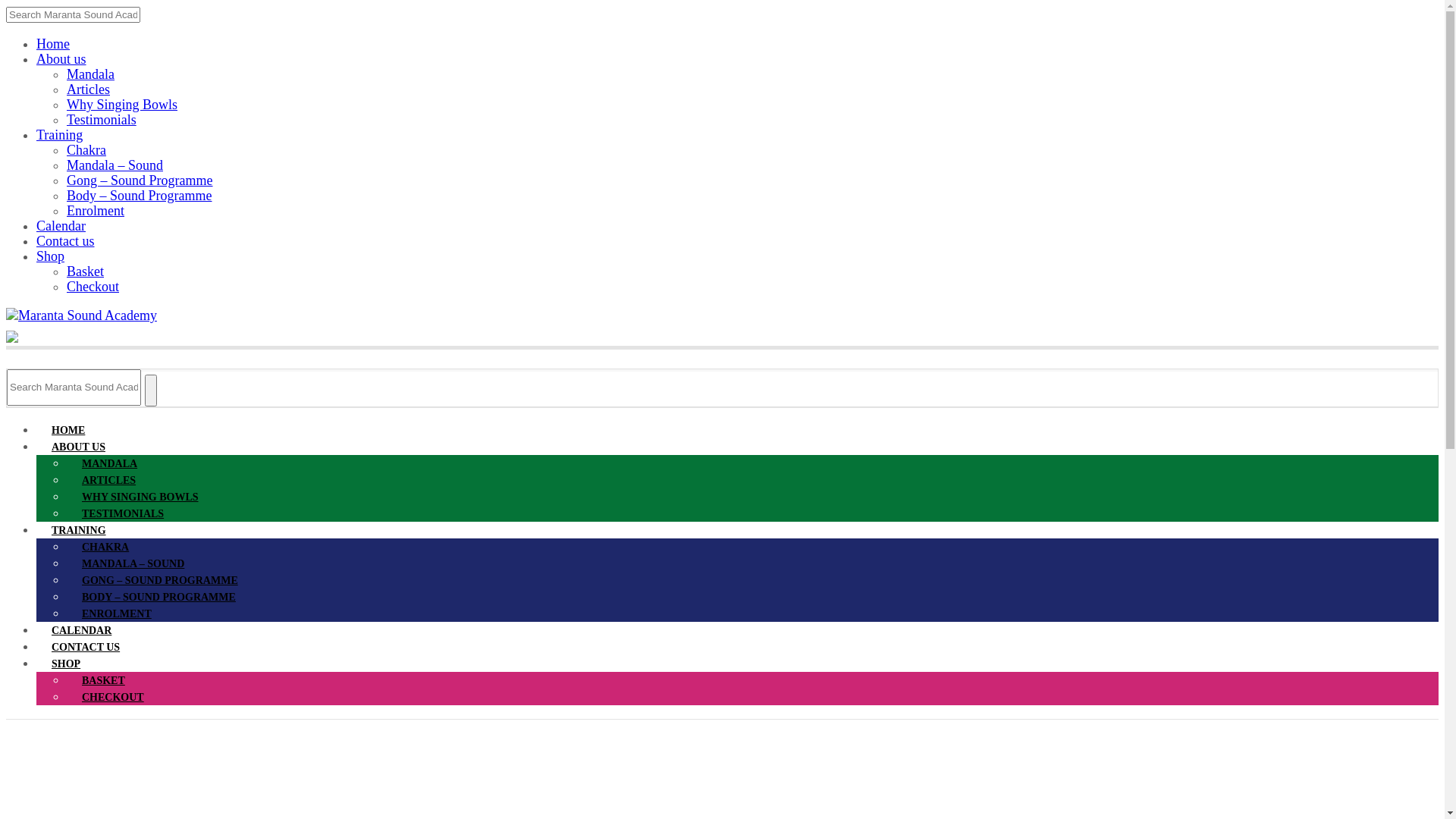 The width and height of the screenshot is (1456, 819). What do you see at coordinates (36, 446) in the screenshot?
I see `'ABOUT US'` at bounding box center [36, 446].